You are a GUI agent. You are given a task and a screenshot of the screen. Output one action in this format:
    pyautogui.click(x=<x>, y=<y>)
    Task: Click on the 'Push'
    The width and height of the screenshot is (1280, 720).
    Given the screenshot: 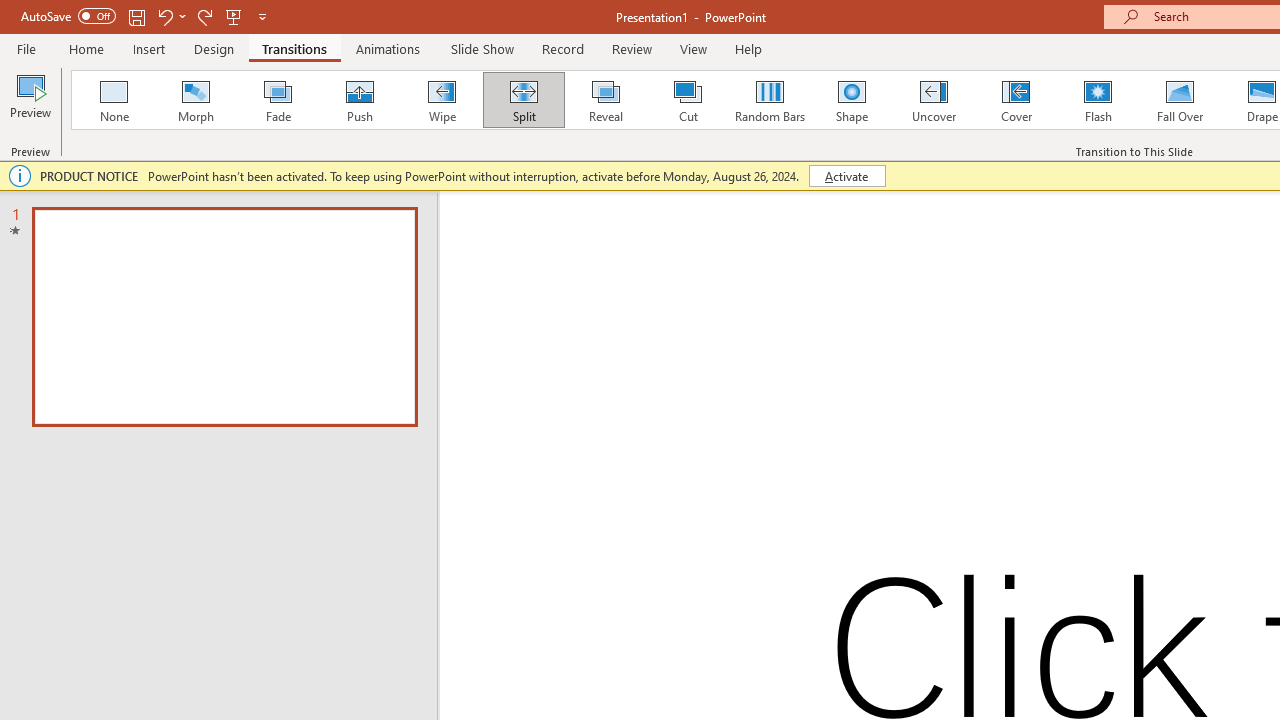 What is the action you would take?
    pyautogui.click(x=359, y=100)
    